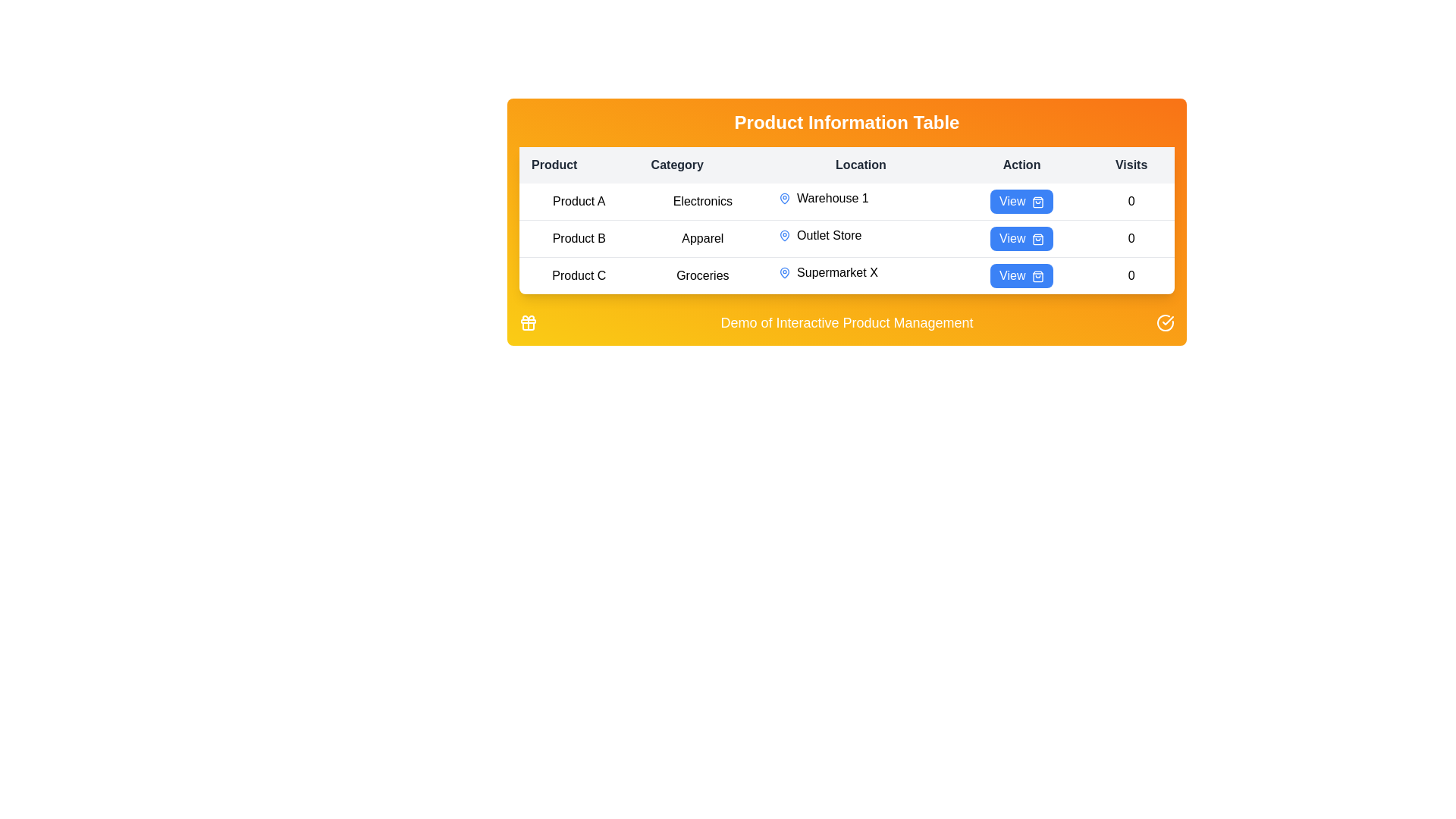 This screenshot has width=1456, height=819. I want to click on the 'Groceries' text label in the 'Category' column of the table, which is displayed in standard weight black text on a white background, so click(701, 275).